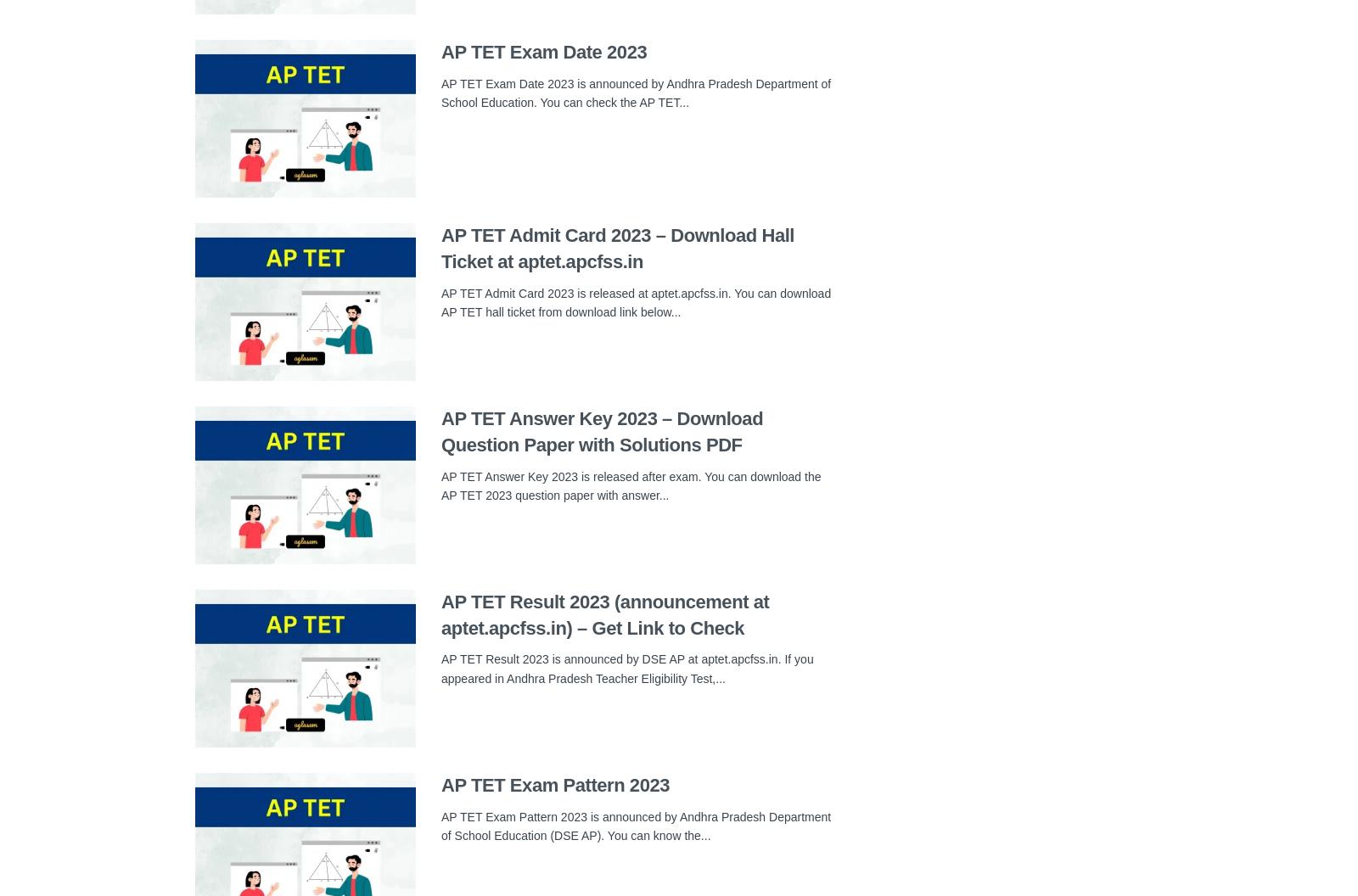  Describe the element at coordinates (636, 825) in the screenshot. I see `'AP TET Exam Pattern 2023 is announced by Andhra Pradesh Department of School Education (DSE AP). You can know the...'` at that location.